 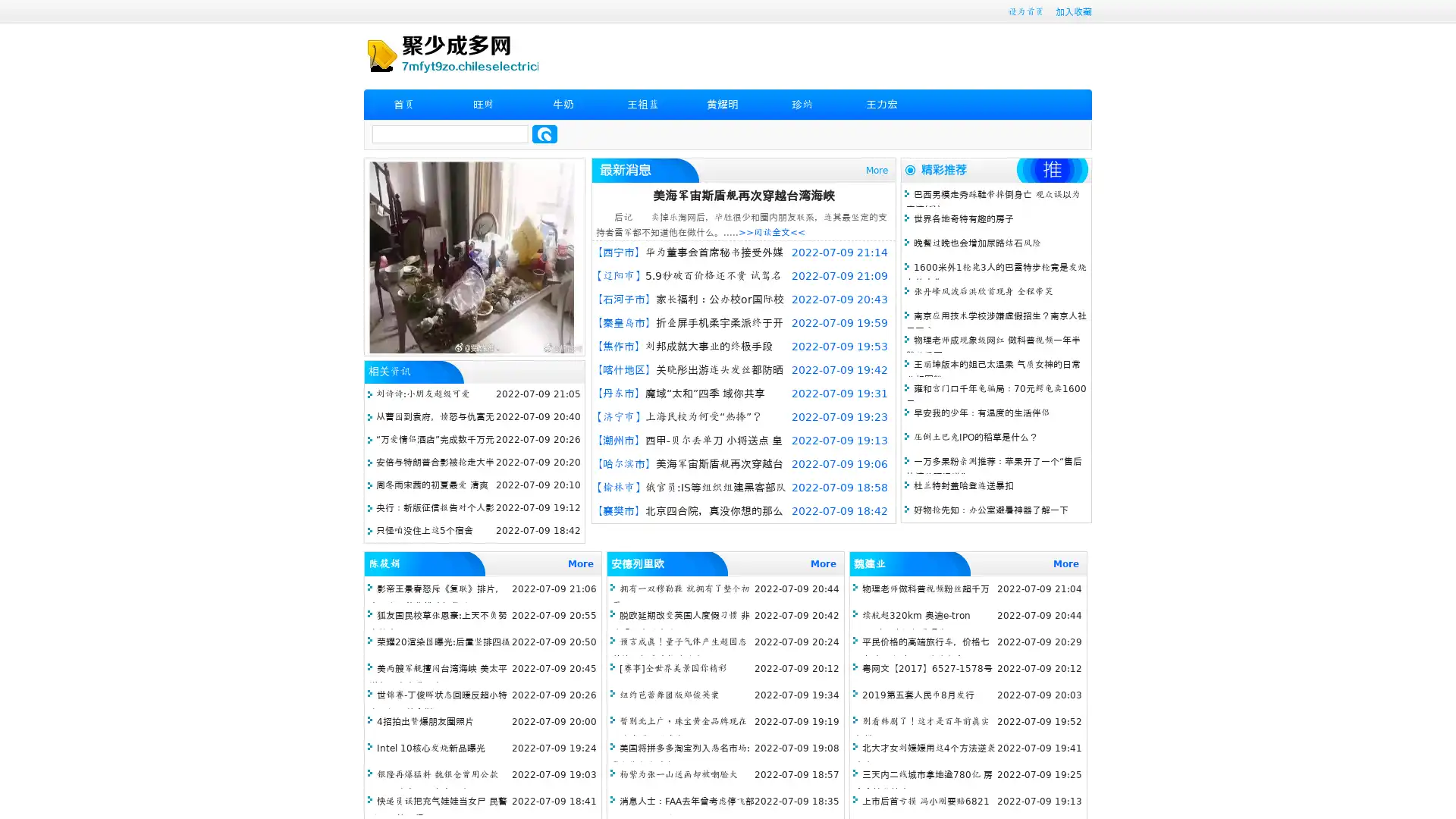 What do you see at coordinates (544, 133) in the screenshot?
I see `Search` at bounding box center [544, 133].